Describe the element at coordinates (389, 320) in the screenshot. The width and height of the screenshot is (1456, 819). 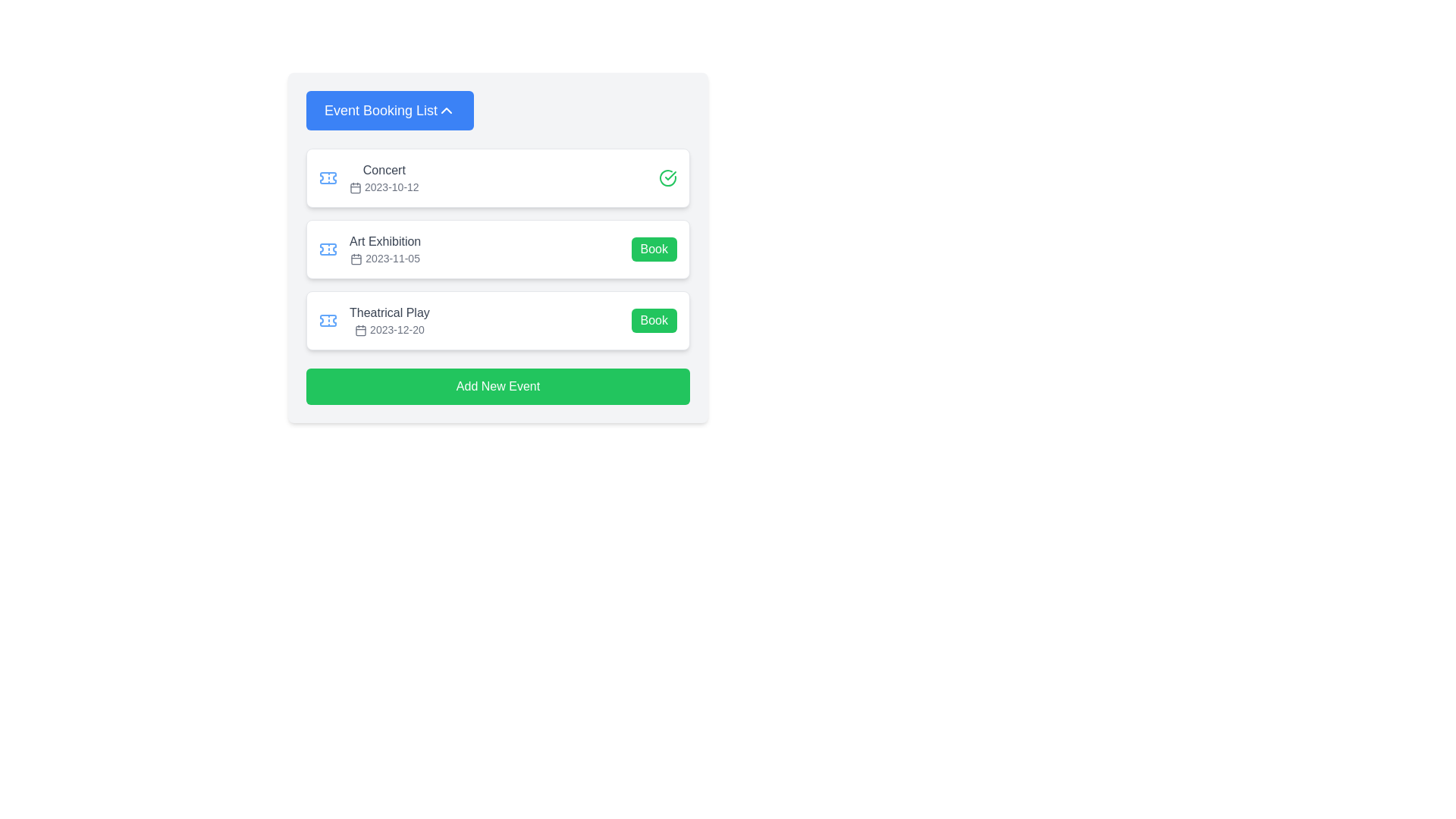
I see `the Text display component with icon that shows 'Theatrical Play' and '2023-12-20', located in the third row of the 'Event Booking List' card layout` at that location.